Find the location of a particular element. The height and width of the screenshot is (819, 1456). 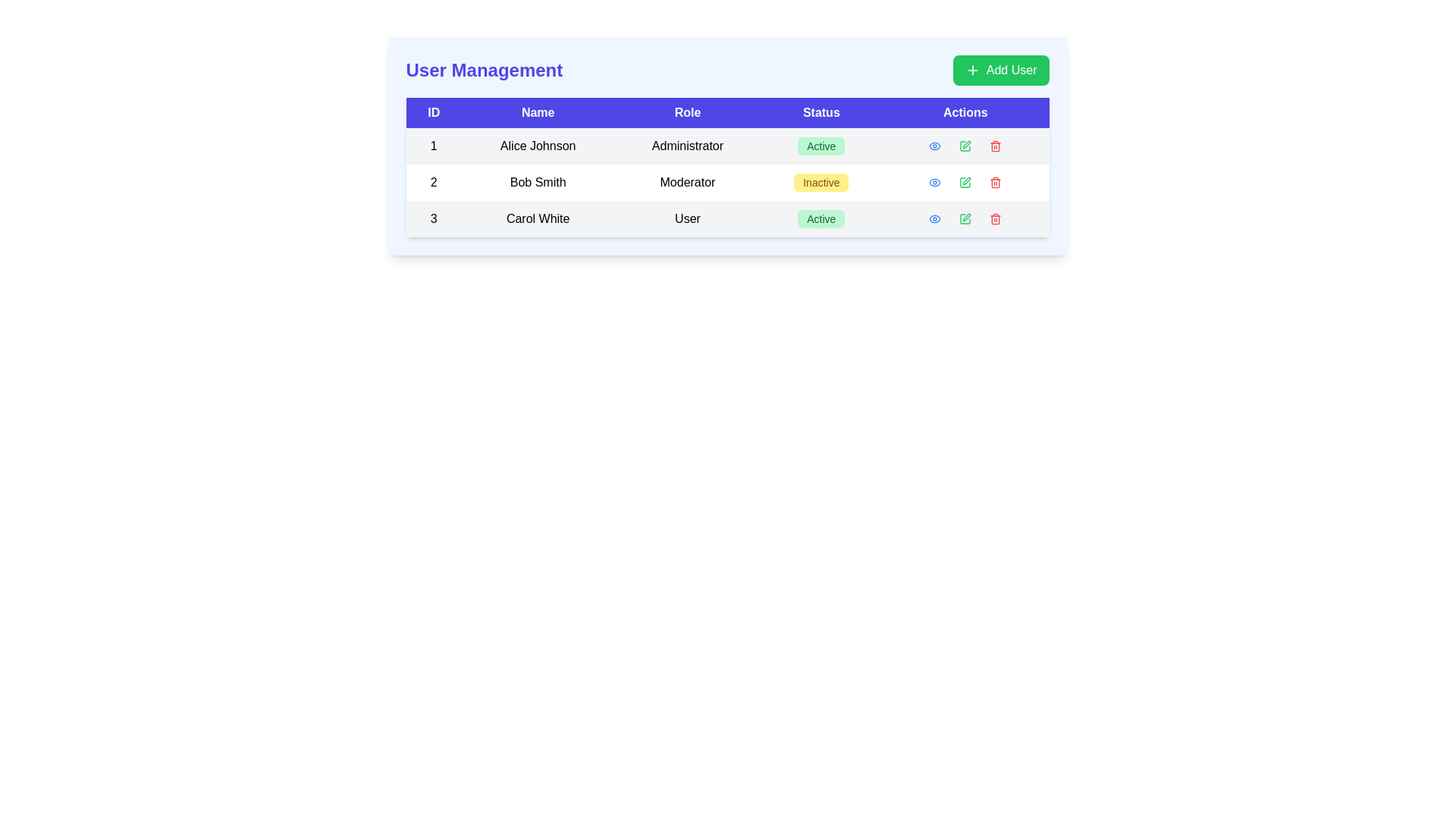

the green edit icon button located in the actions column of the third row for the user named 'Carol White' is located at coordinates (965, 219).